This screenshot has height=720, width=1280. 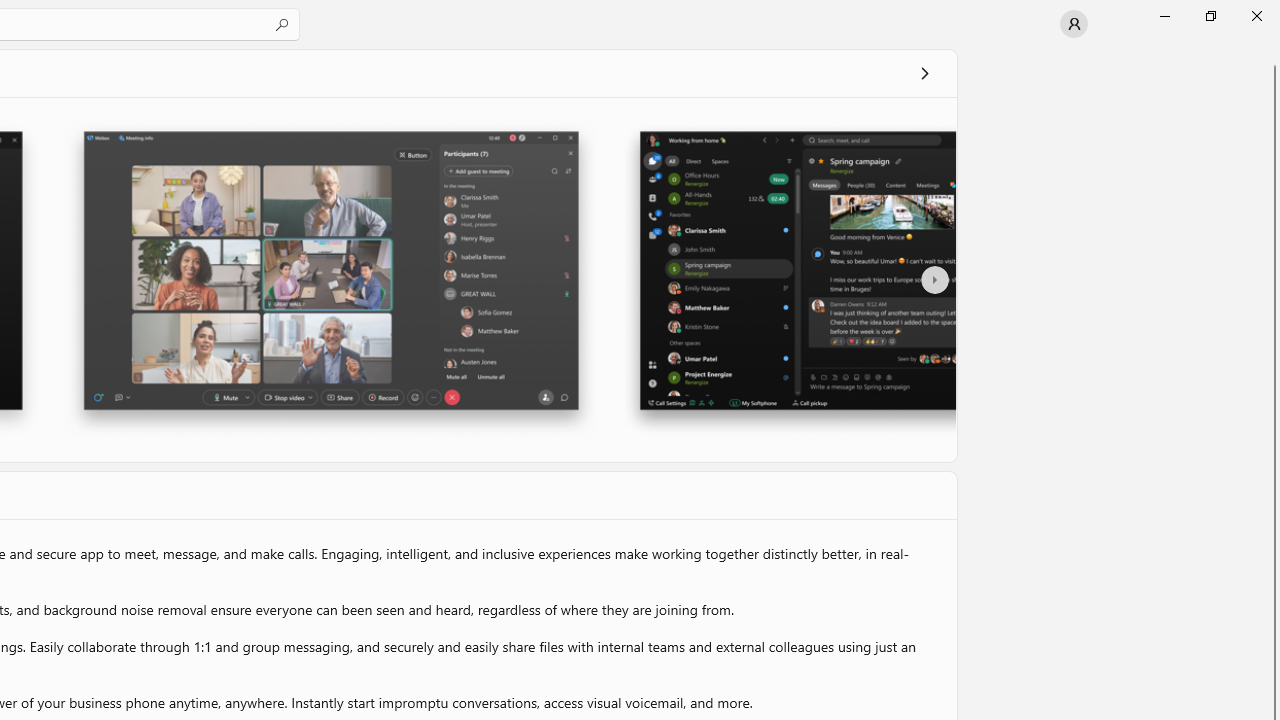 I want to click on 'Minimize Microsoft Store', so click(x=1164, y=15).